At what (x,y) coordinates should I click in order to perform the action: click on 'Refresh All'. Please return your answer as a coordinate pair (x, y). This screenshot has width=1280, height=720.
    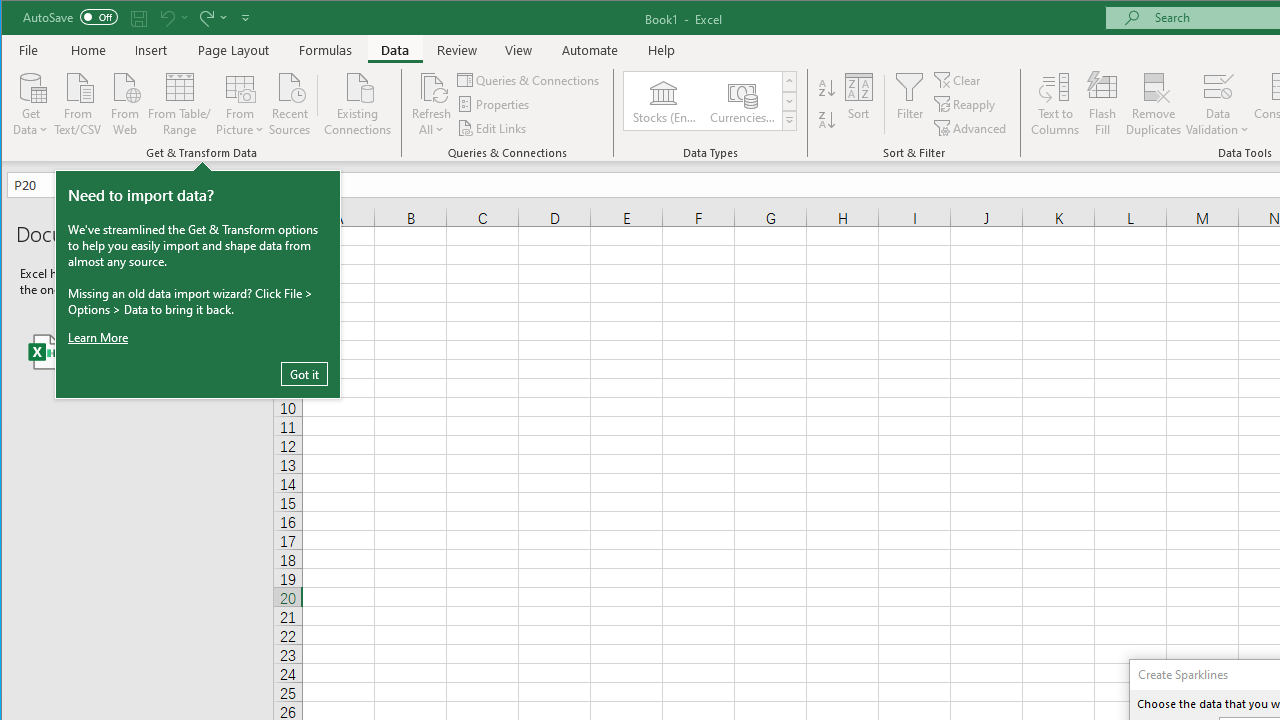
    Looking at the image, I should click on (431, 104).